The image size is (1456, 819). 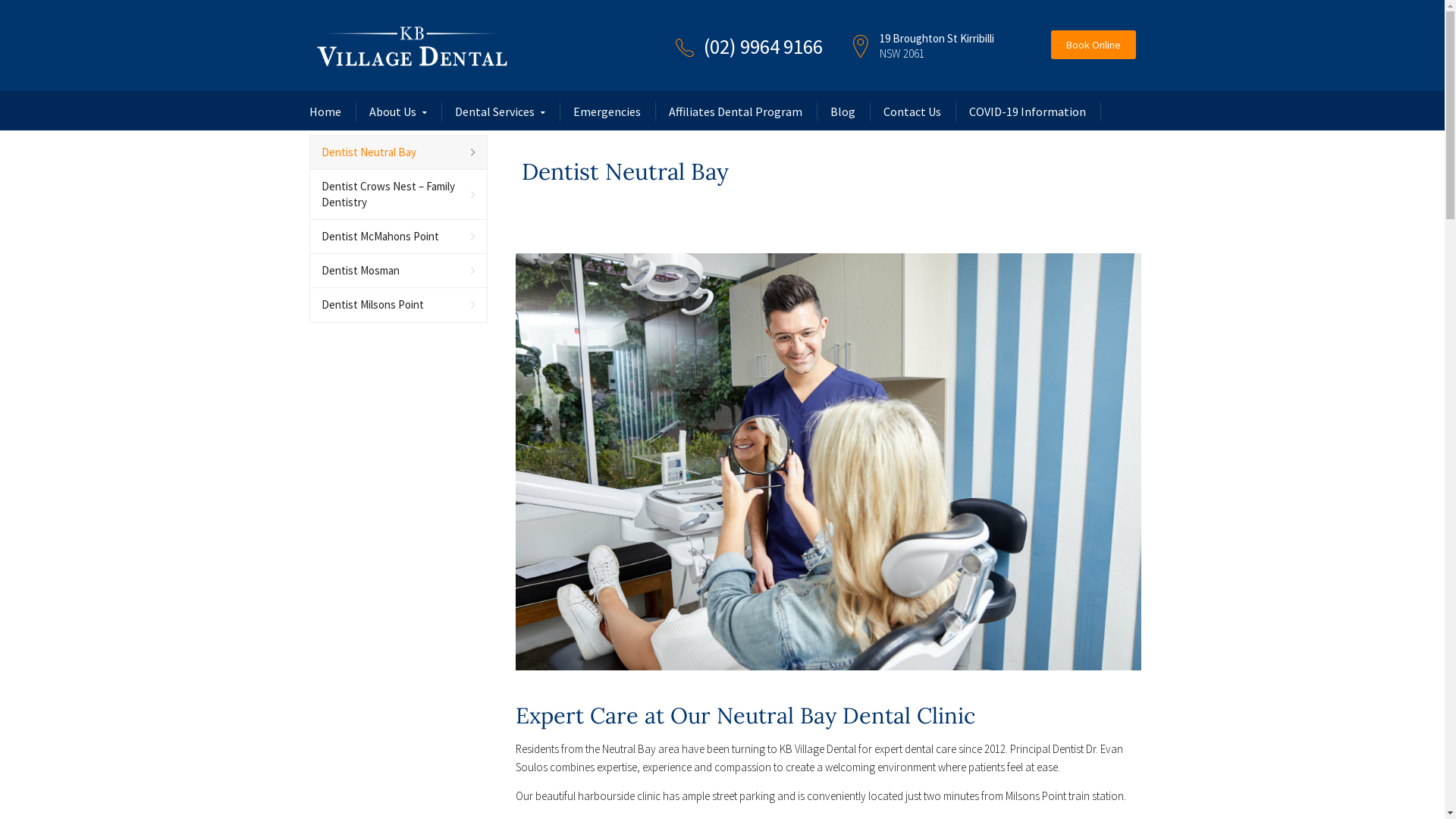 I want to click on 'Dentist Milsons Point', so click(x=398, y=305).